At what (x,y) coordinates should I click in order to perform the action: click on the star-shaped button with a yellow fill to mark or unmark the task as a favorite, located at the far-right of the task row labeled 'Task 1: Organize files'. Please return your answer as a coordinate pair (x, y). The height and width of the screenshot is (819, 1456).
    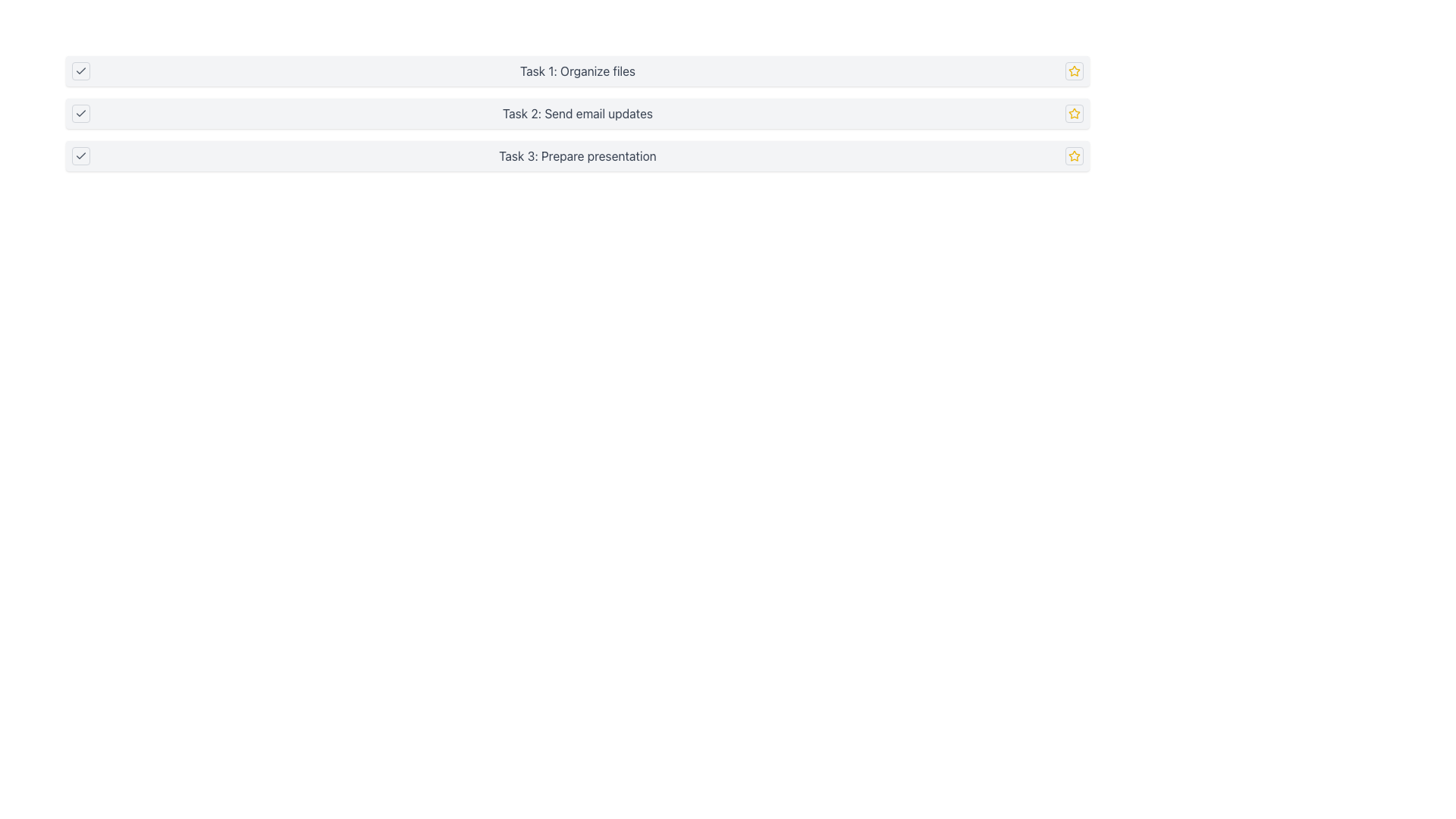
    Looking at the image, I should click on (1073, 71).